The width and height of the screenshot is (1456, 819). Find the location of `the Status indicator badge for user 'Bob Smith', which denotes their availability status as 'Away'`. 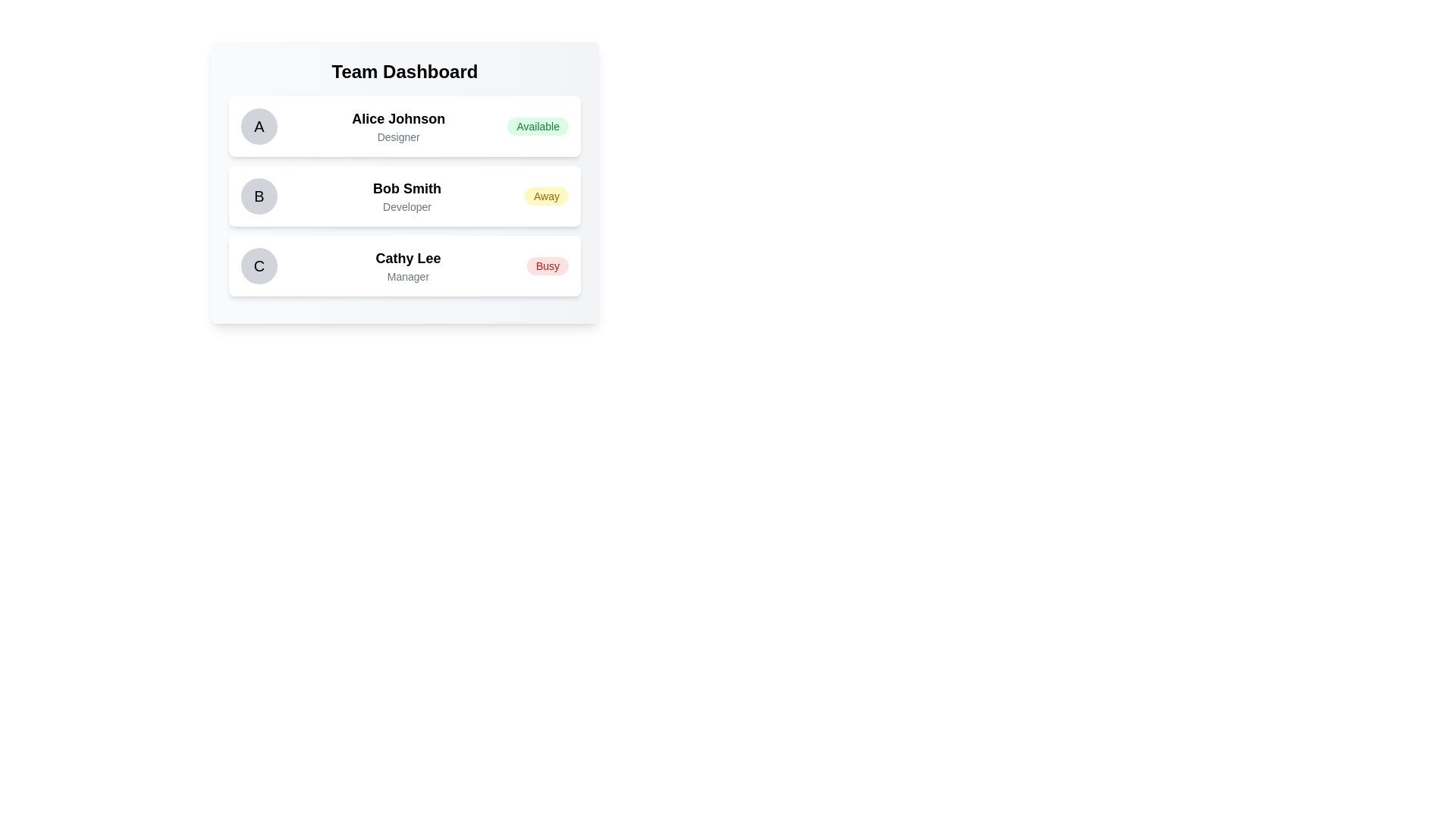

the Status indicator badge for user 'Bob Smith', which denotes their availability status as 'Away' is located at coordinates (546, 195).